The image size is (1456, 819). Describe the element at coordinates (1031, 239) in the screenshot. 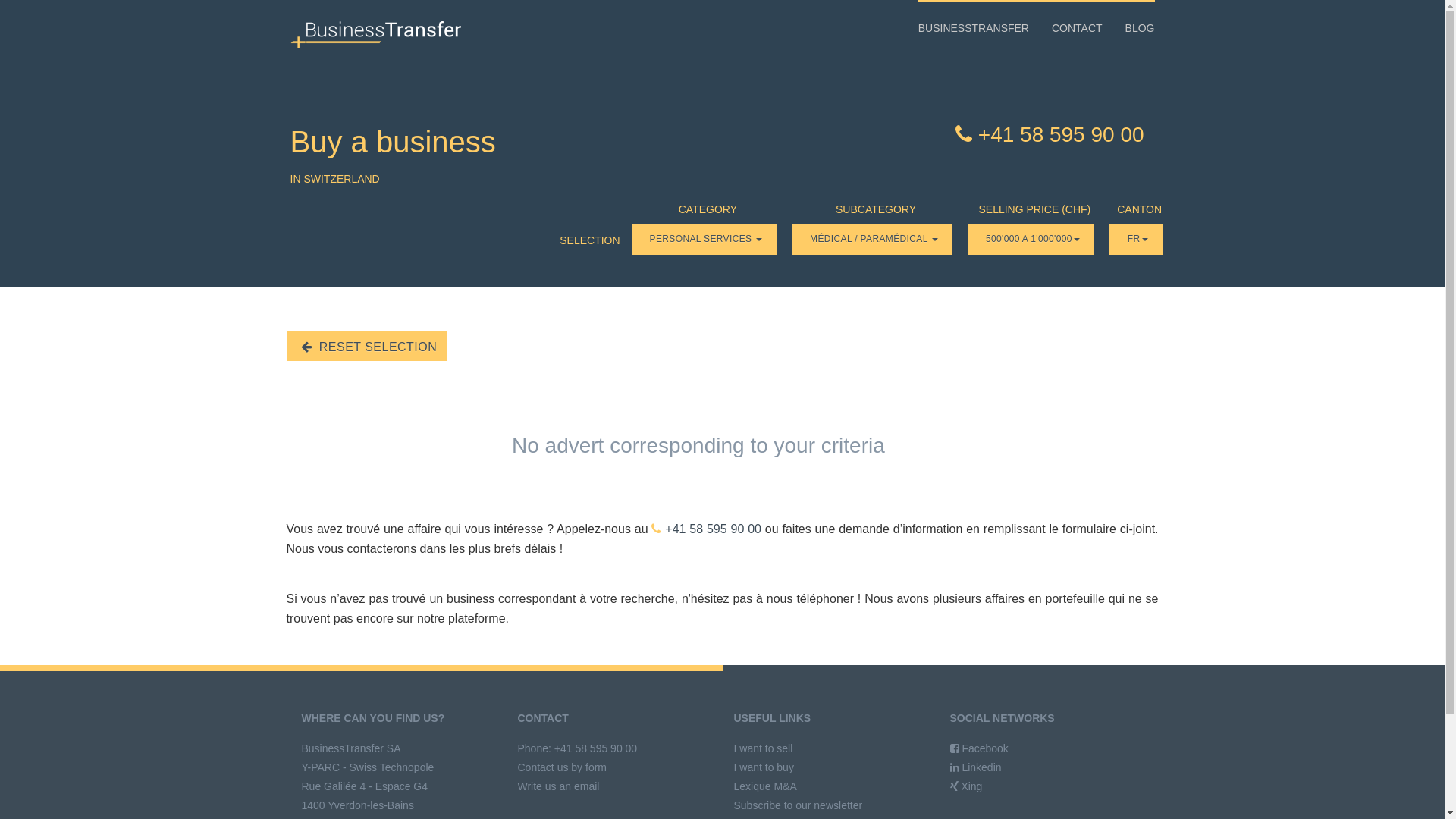

I see `'500'000 A 1'000'000'` at that location.